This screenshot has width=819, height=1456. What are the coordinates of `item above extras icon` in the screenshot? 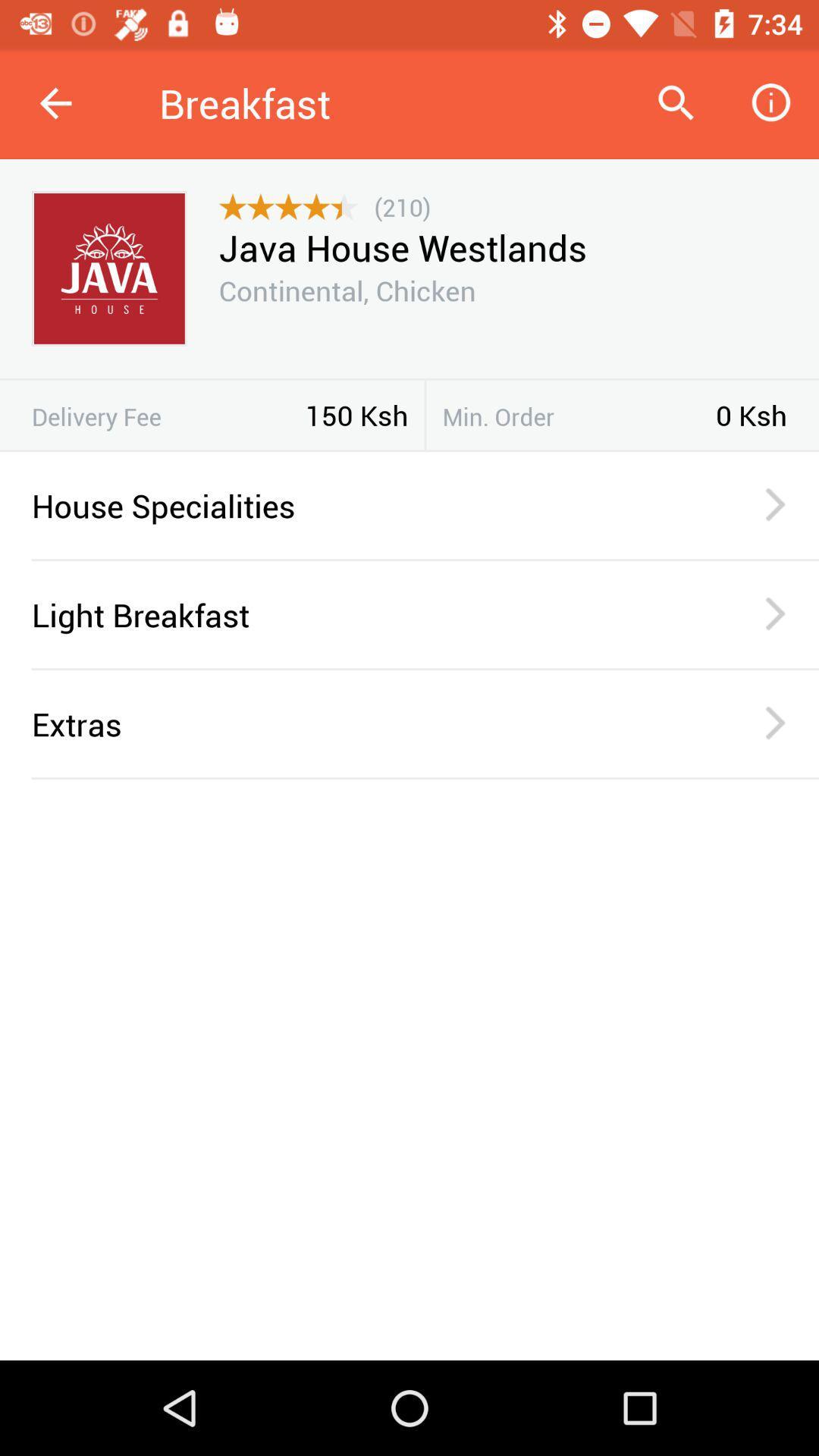 It's located at (425, 668).